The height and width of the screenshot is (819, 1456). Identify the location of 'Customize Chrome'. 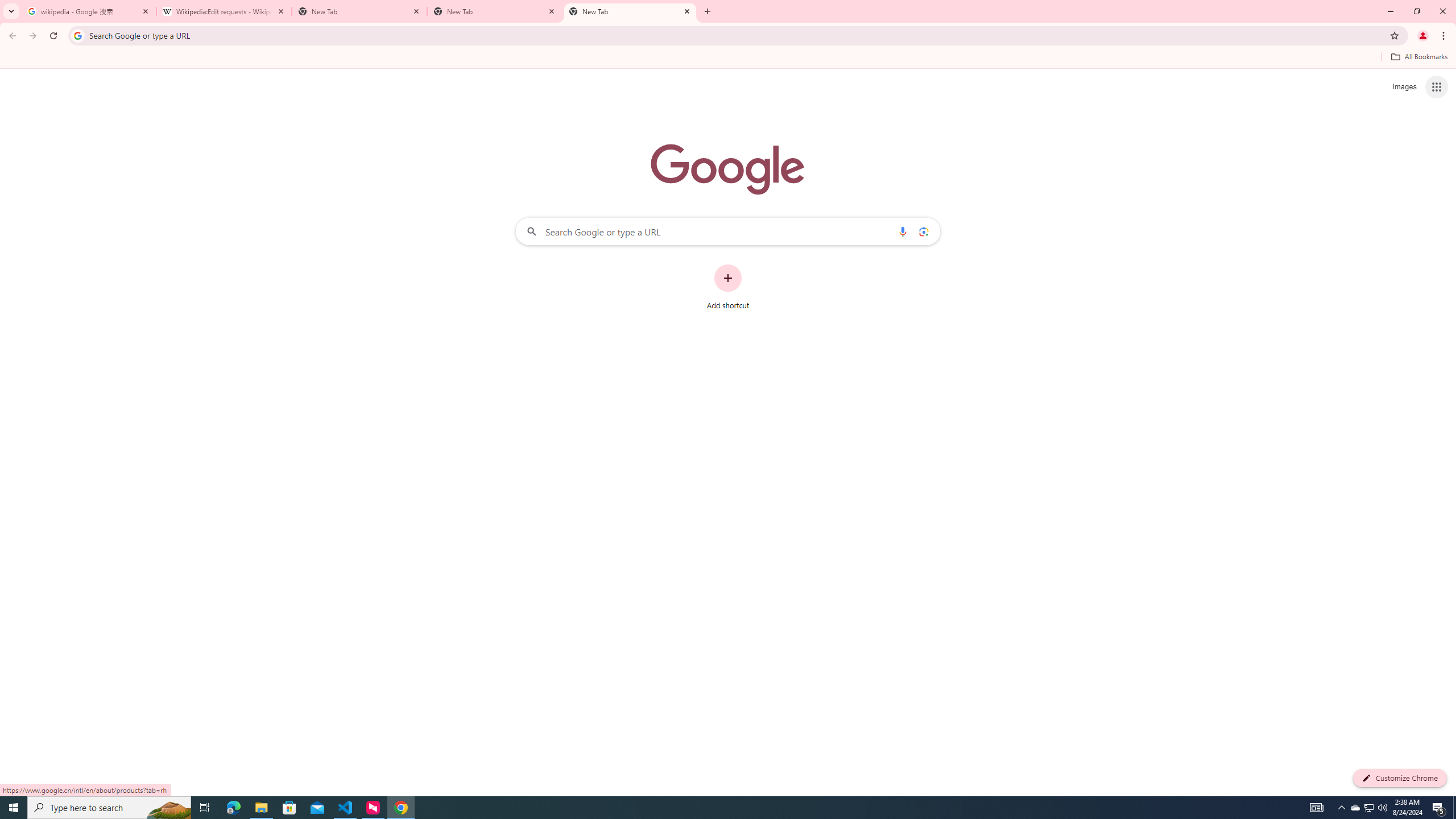
(1400, 777).